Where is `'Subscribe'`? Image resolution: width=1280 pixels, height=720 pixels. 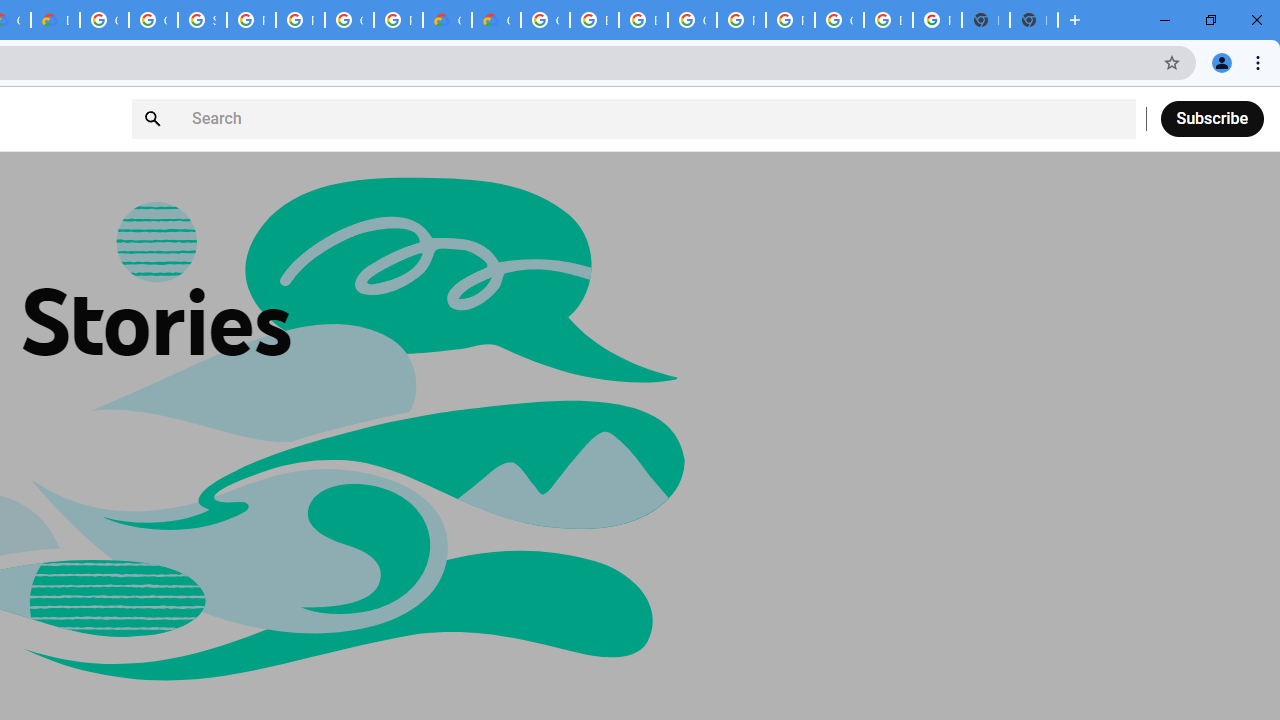 'Subscribe' is located at coordinates (1211, 118).